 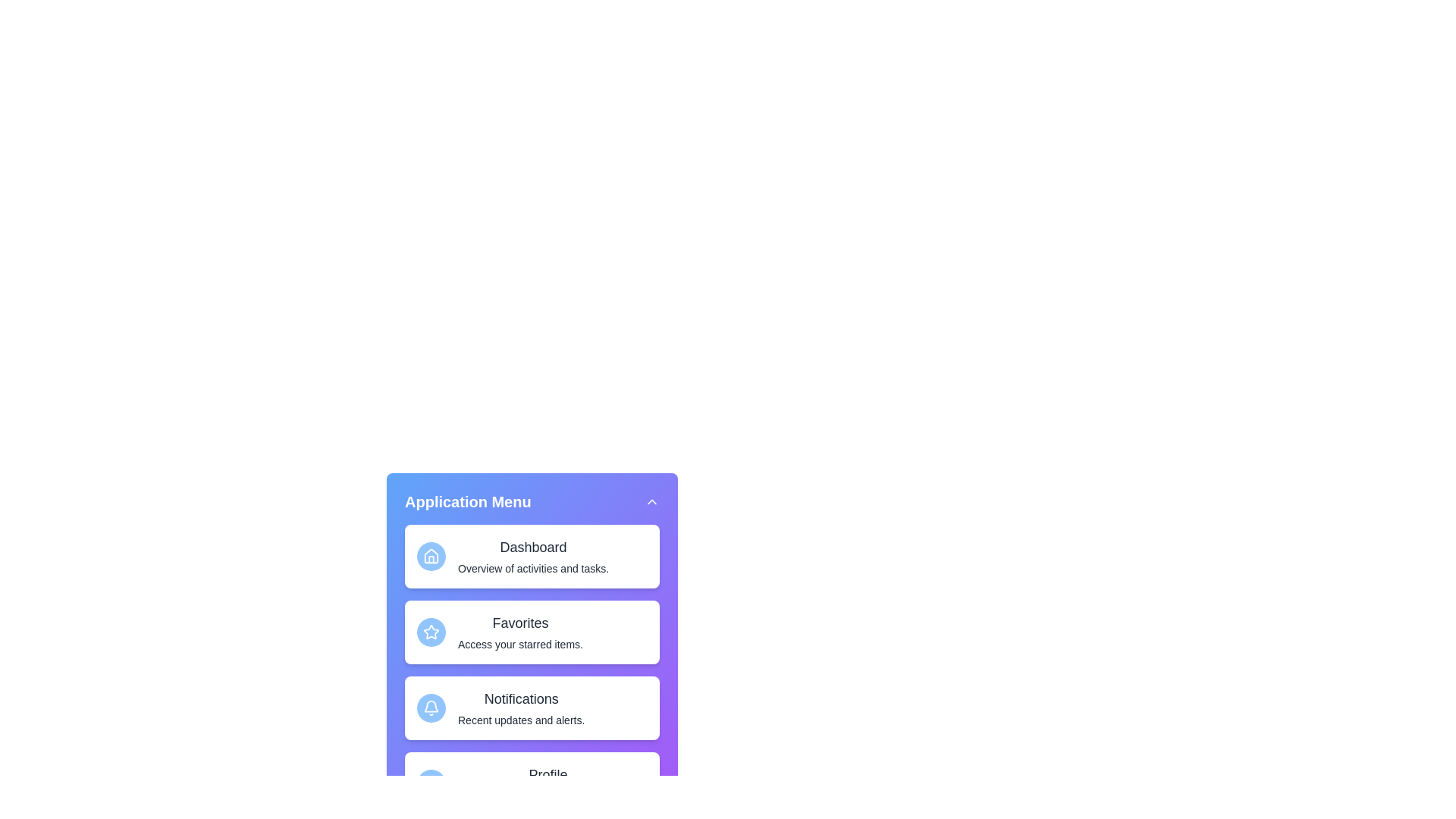 I want to click on the menu item Favorites, so click(x=532, y=632).